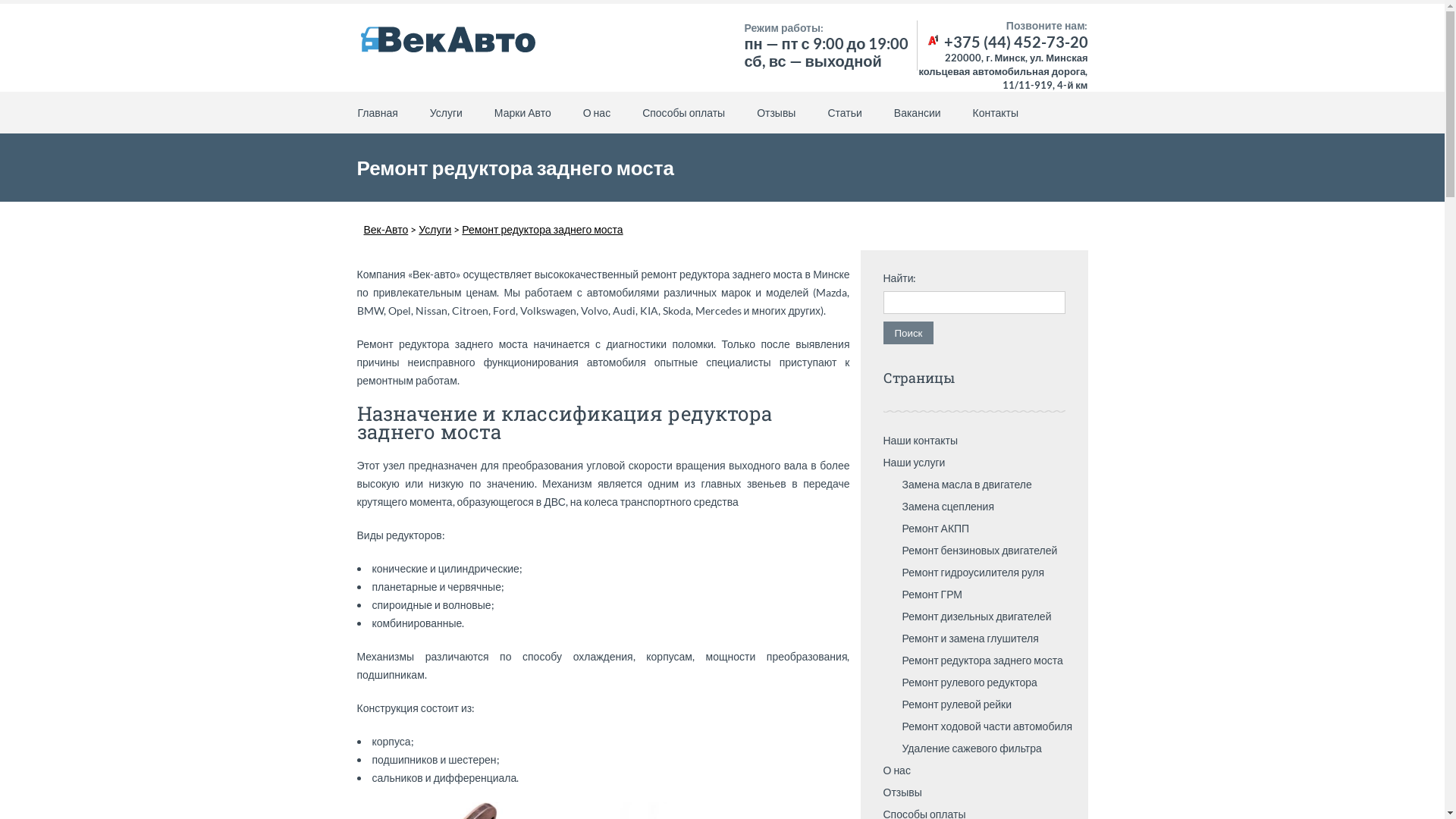 Image resolution: width=1456 pixels, height=819 pixels. Describe the element at coordinates (1006, 40) in the screenshot. I see `'+375 (44) 452-73-20'` at that location.